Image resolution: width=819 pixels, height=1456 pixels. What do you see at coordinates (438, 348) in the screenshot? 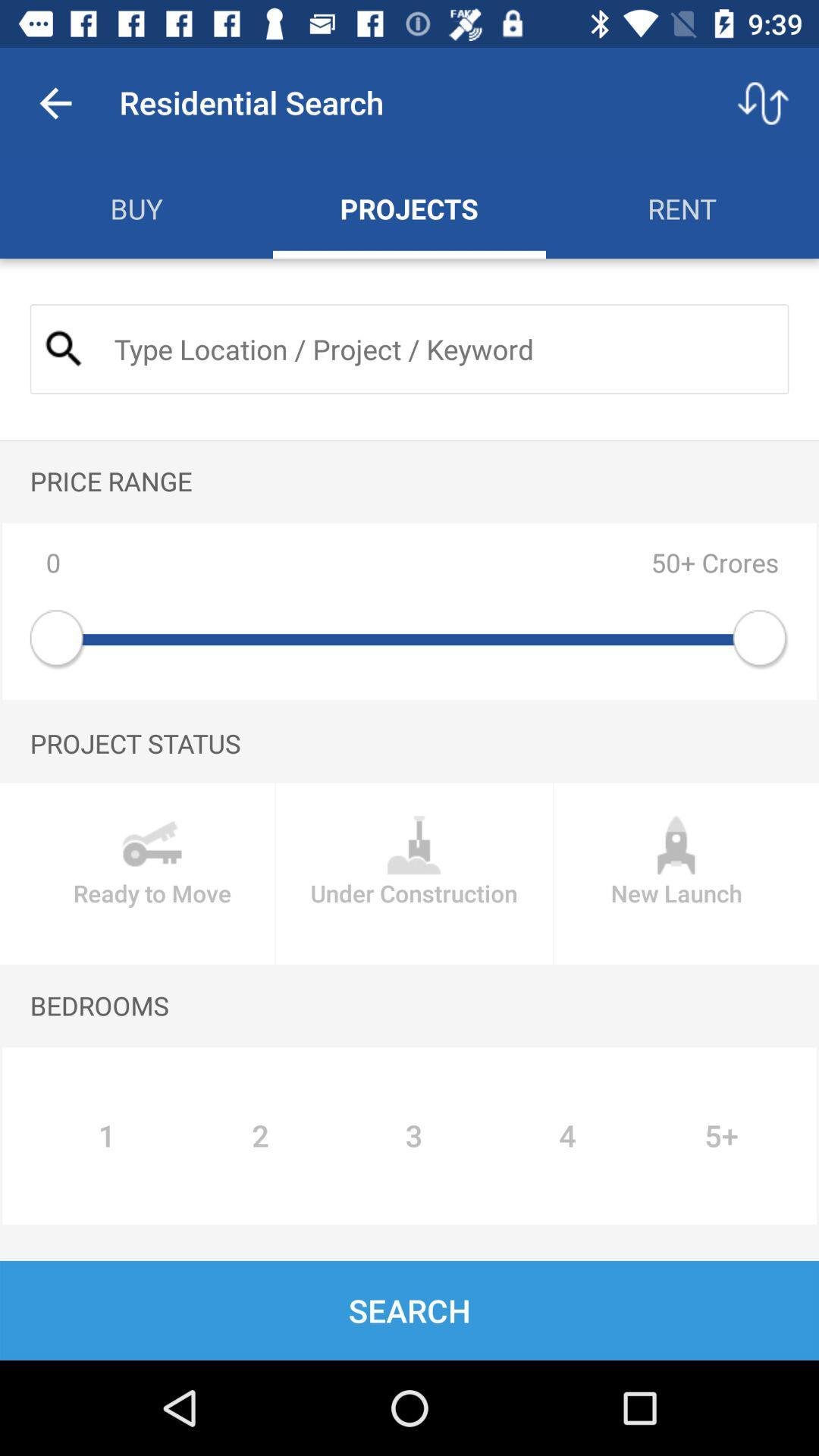
I see `type property location project or keyword` at bounding box center [438, 348].